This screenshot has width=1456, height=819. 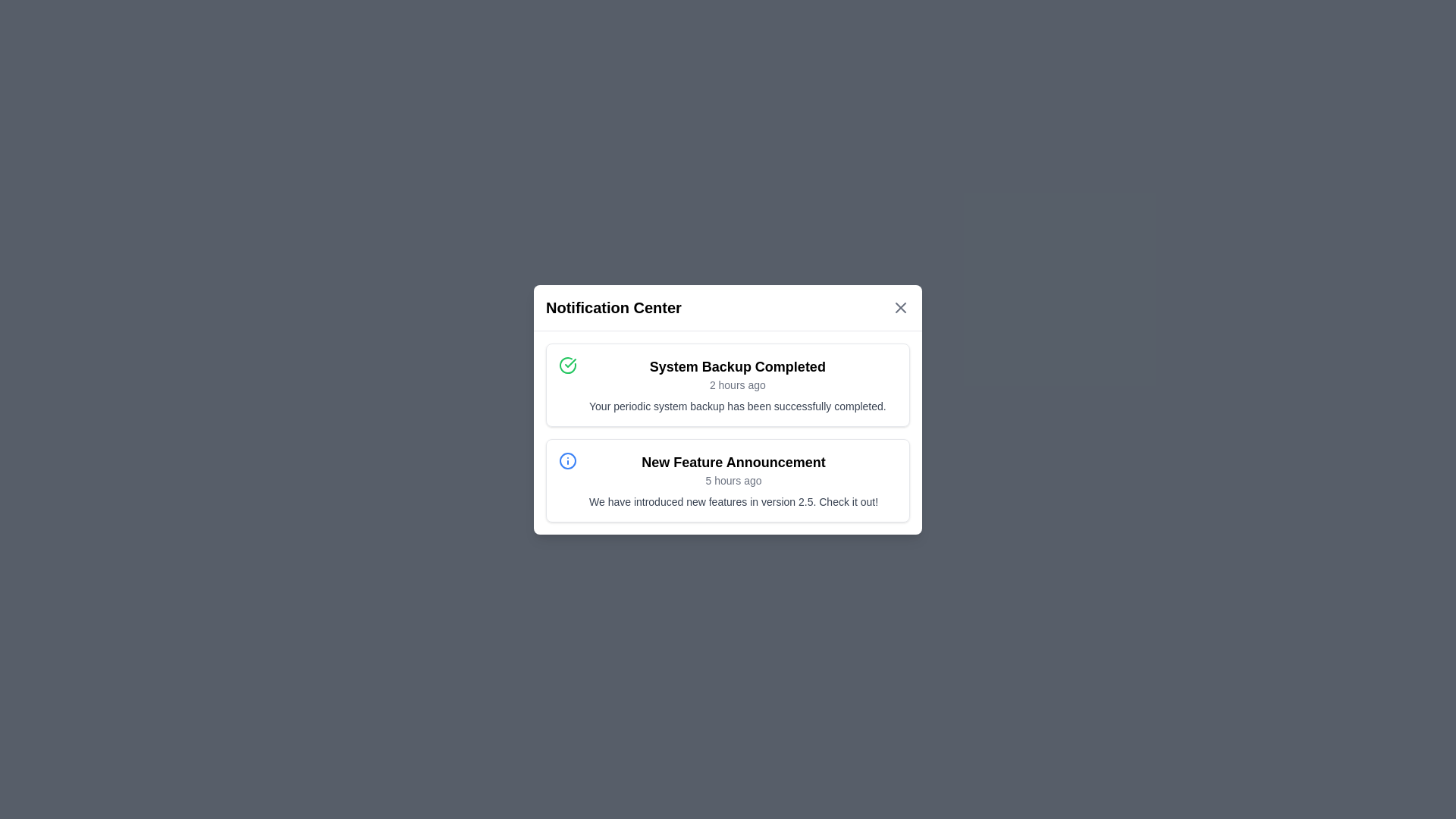 I want to click on the information icon located at the top-left corner inside the 'New Feature Announcement' notification card, adjacent to the title text, so click(x=566, y=460).